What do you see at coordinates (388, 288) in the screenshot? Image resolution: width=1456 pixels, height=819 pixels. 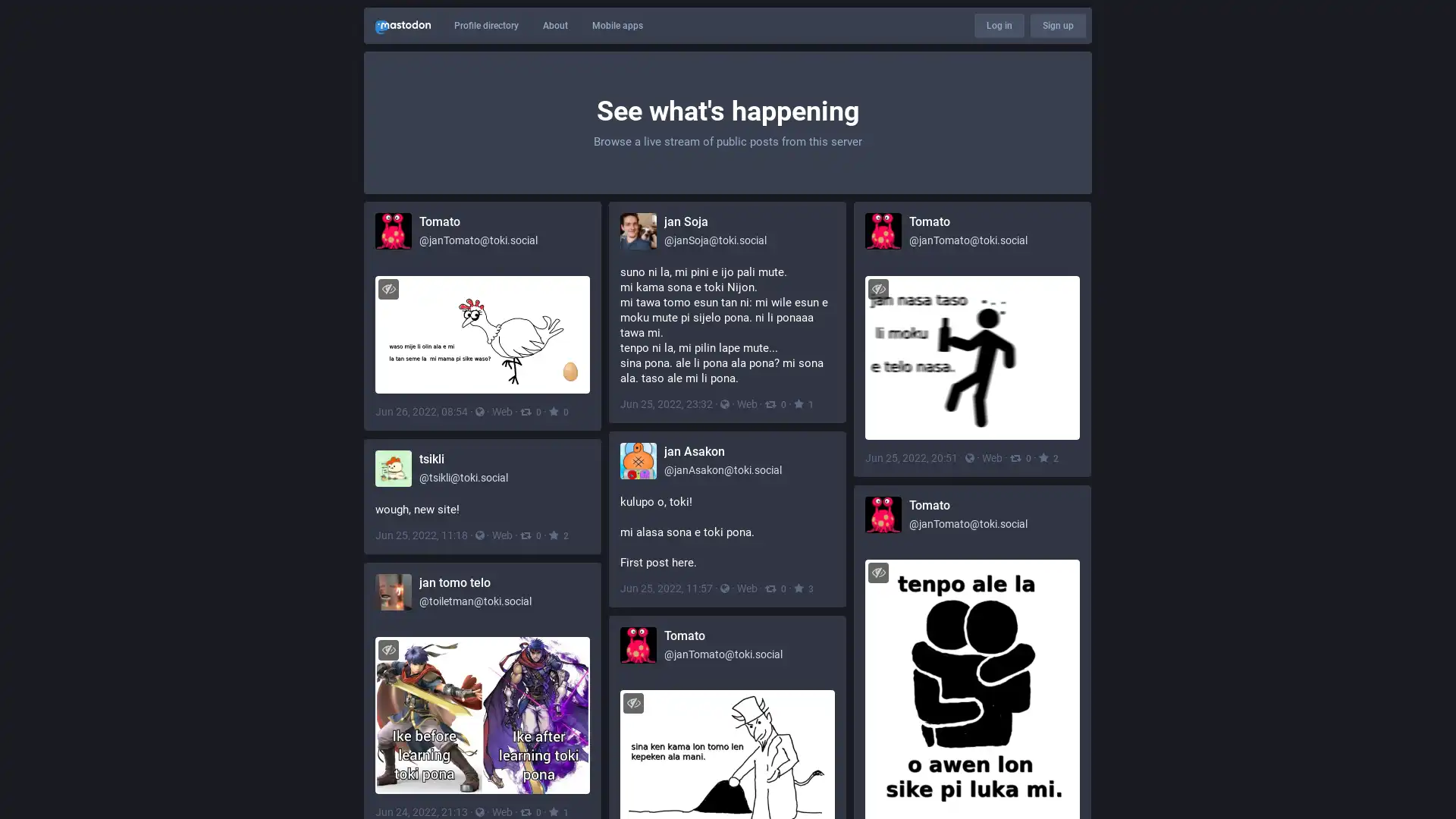 I see `Hide image` at bounding box center [388, 288].